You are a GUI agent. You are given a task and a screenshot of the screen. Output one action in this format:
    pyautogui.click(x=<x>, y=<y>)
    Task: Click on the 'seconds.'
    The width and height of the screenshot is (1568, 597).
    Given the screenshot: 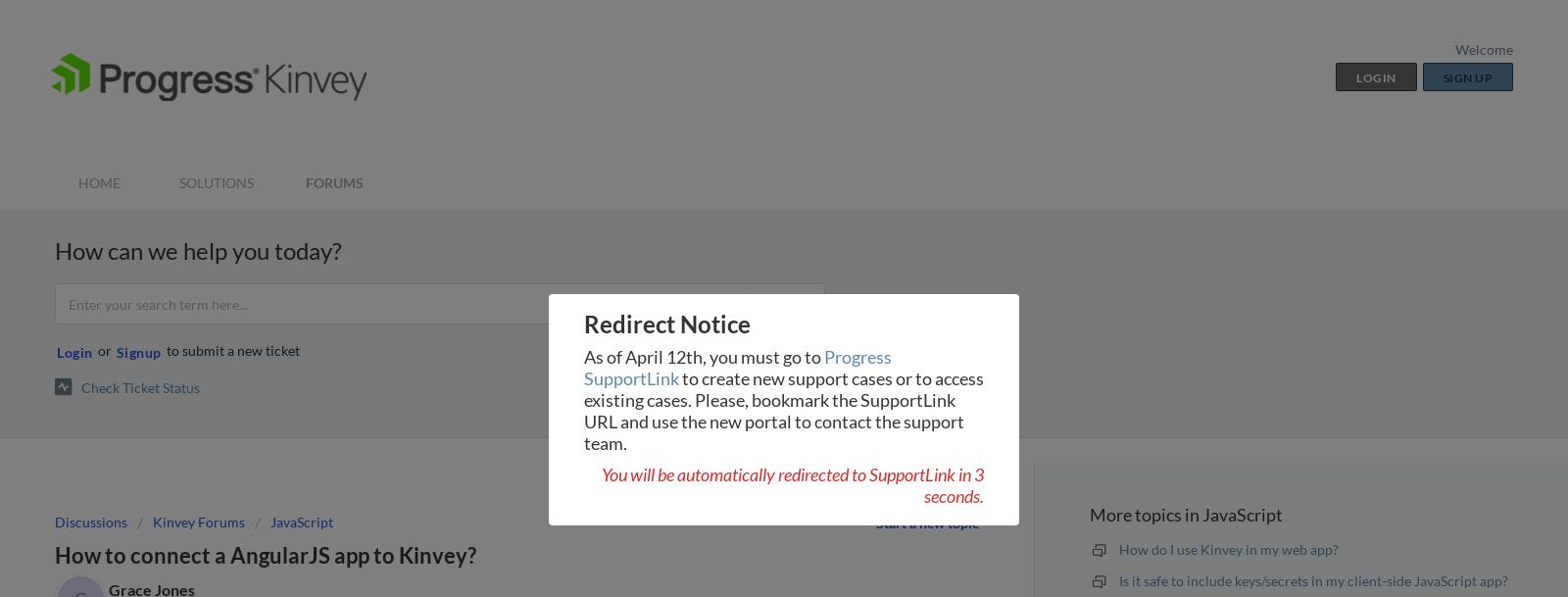 What is the action you would take?
    pyautogui.click(x=953, y=495)
    